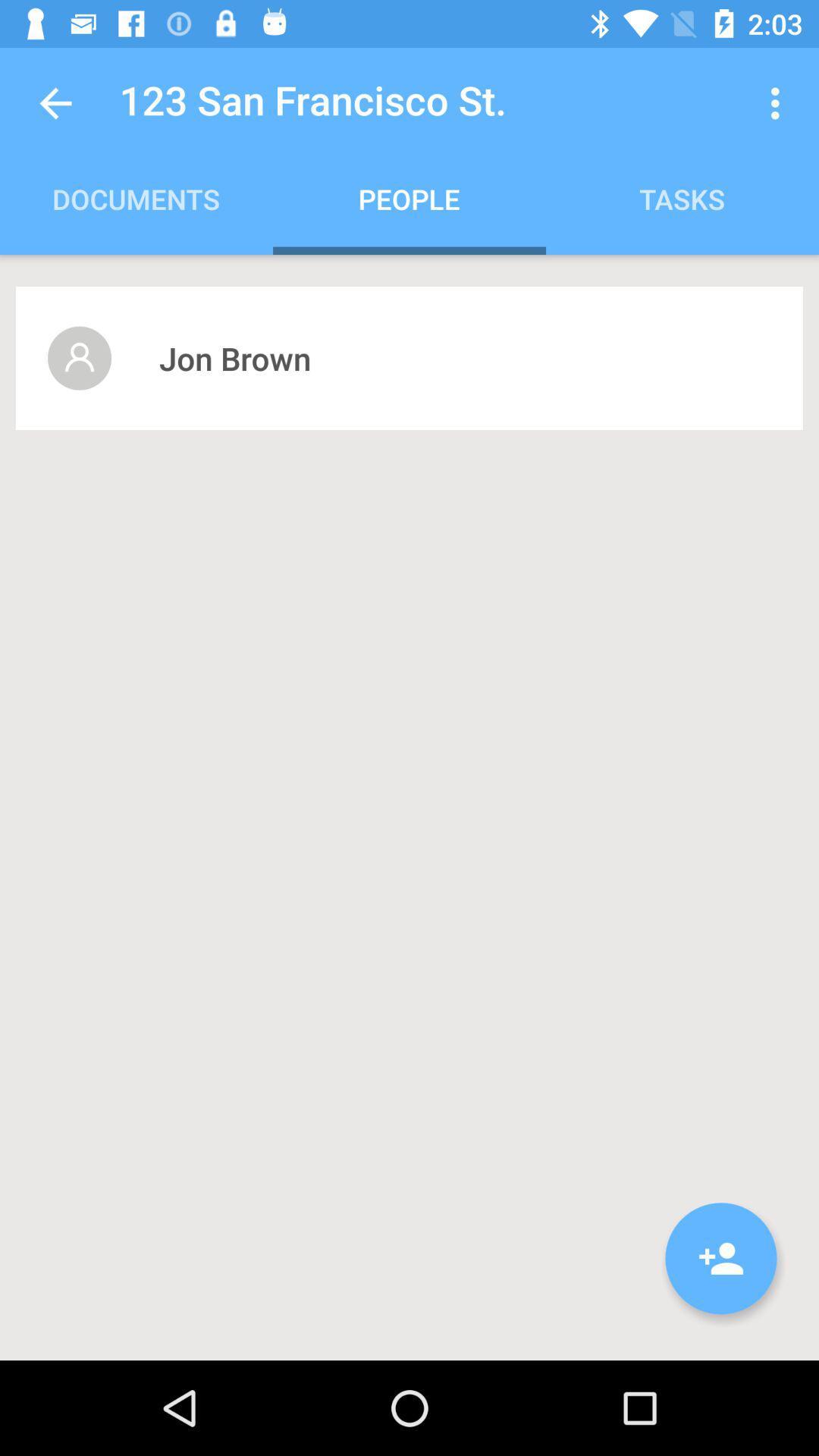 This screenshot has height=1456, width=819. Describe the element at coordinates (720, 1258) in the screenshot. I see `the follow icon` at that location.